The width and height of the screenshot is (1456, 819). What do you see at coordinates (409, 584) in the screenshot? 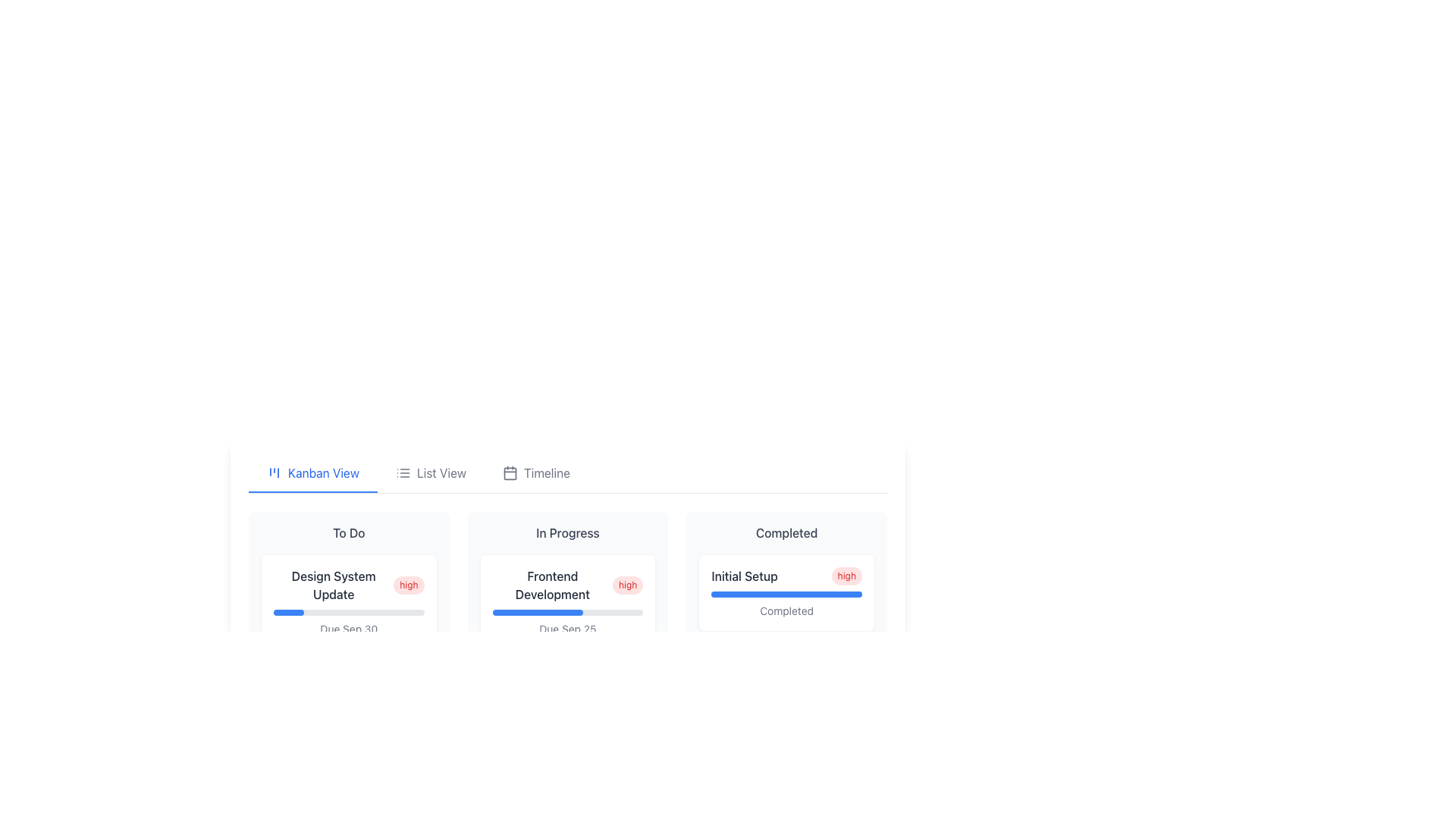
I see `the pill-shaped label with a red background and white text that reads 'high', located to the right of the text 'Design System Update' in the 'To Do' column of the Kanban board` at bounding box center [409, 584].